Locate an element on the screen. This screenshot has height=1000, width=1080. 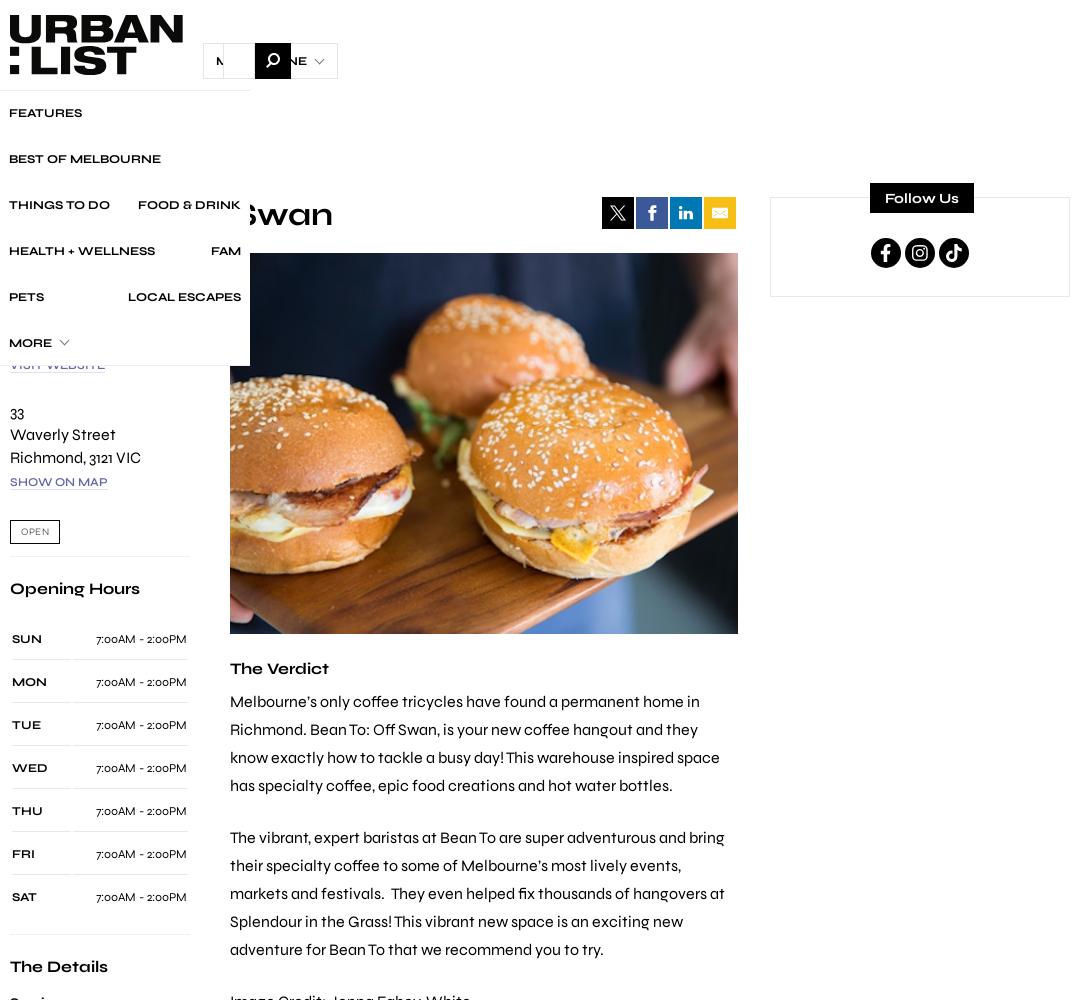
'Follow Us' is located at coordinates (883, 197).